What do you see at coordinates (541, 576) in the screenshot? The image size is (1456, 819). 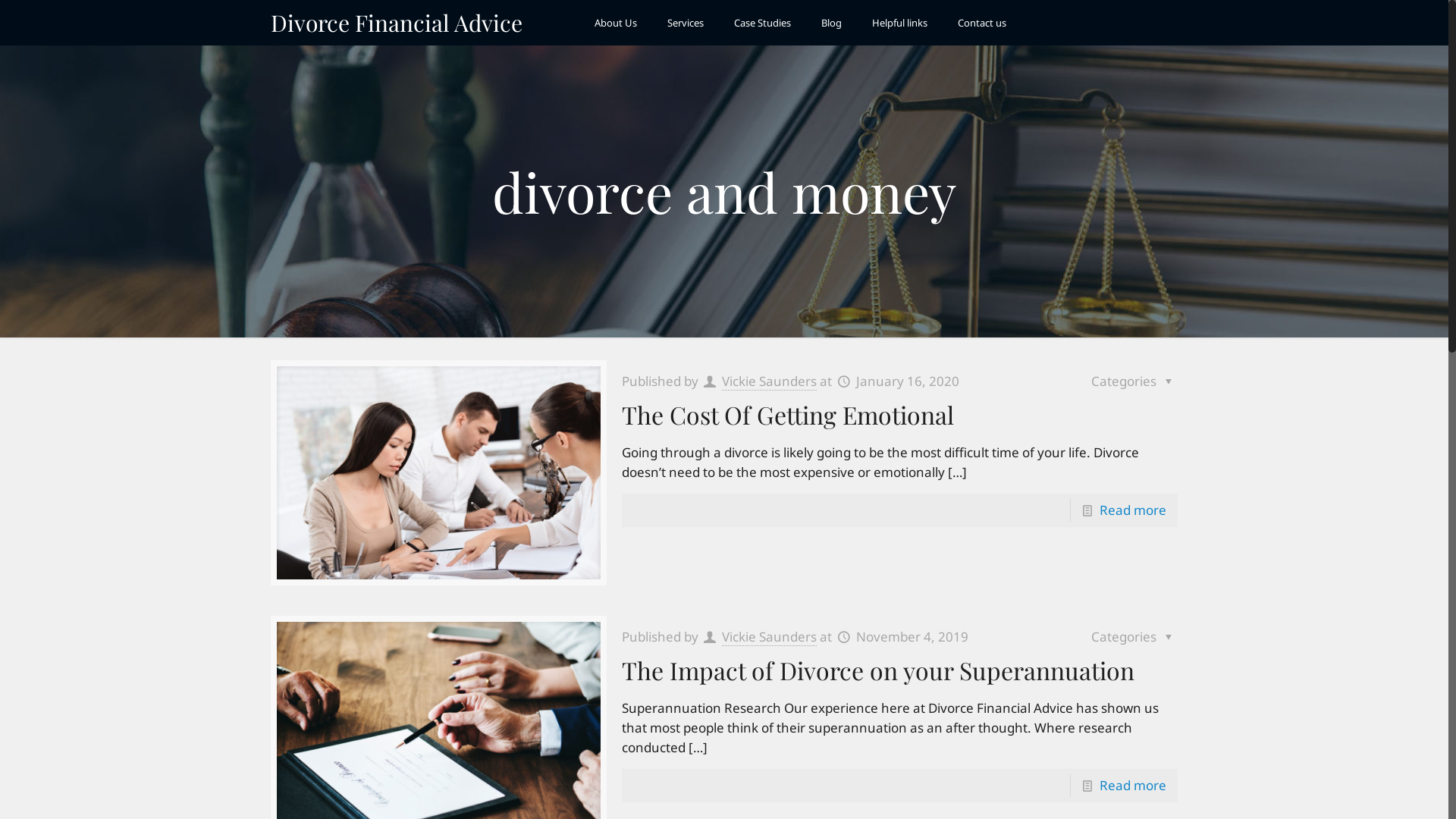 I see `'Home'` at bounding box center [541, 576].